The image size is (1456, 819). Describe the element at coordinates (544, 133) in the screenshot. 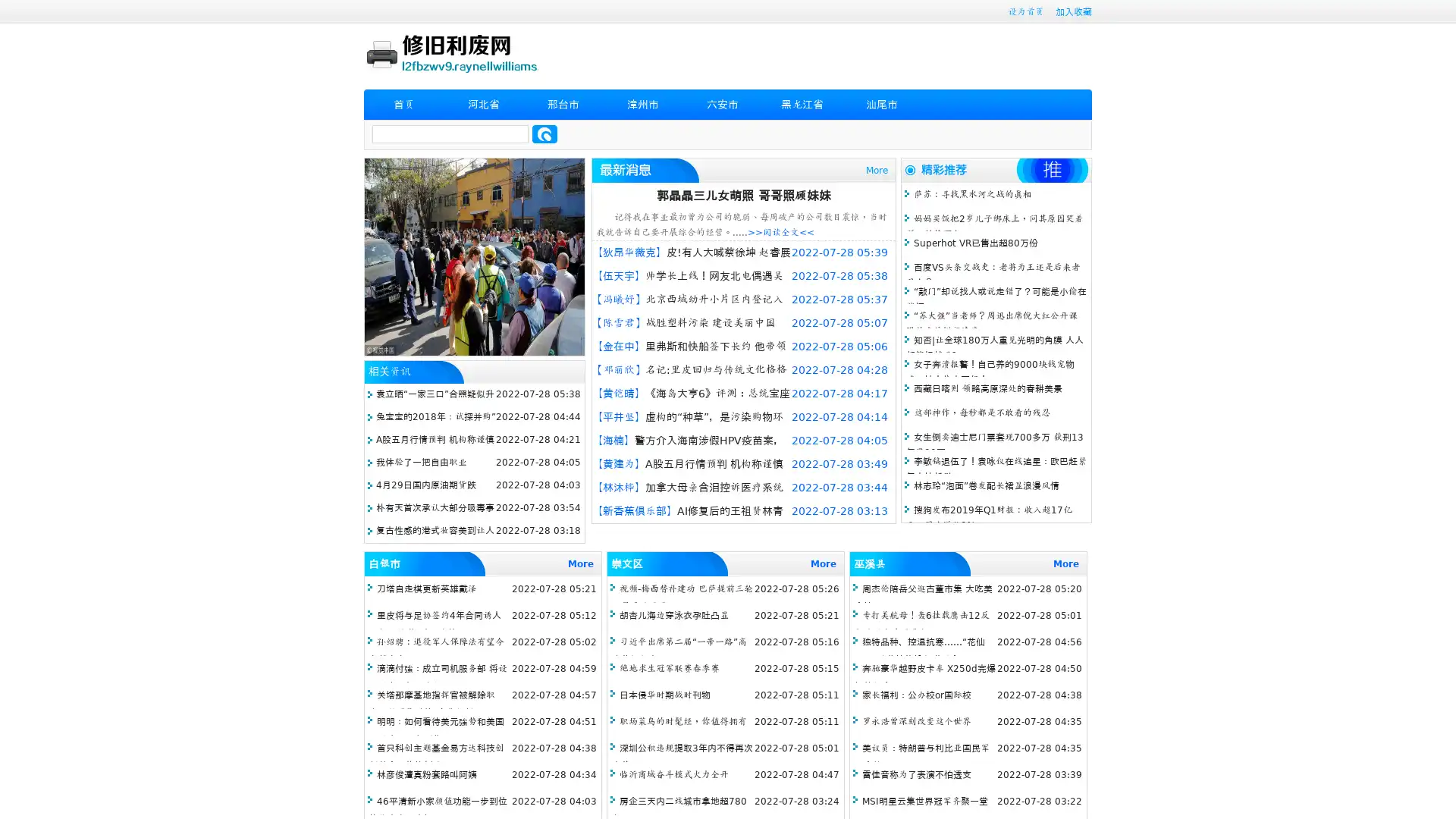

I see `Search` at that location.